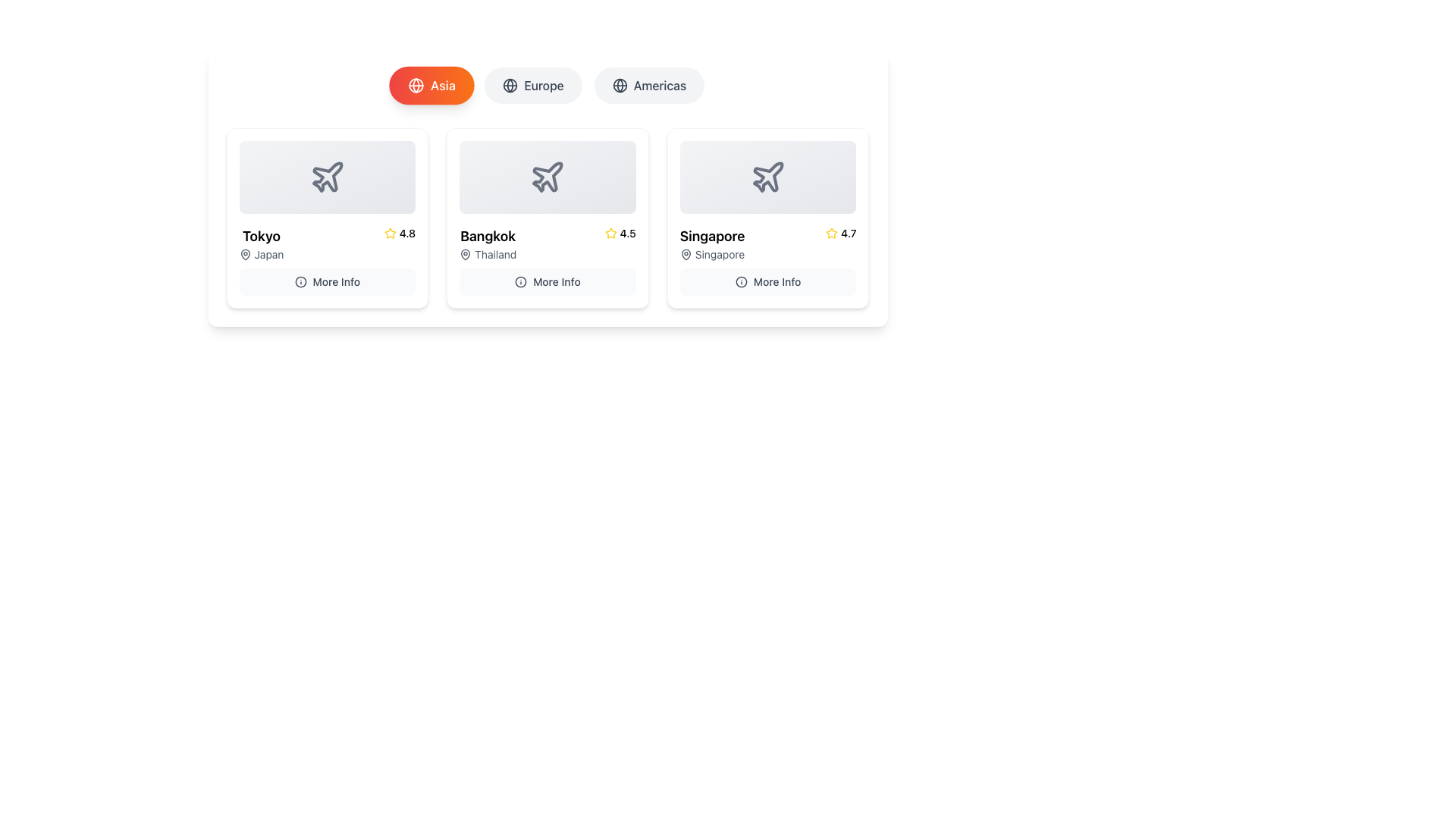 The width and height of the screenshot is (1456, 819). I want to click on the geographic indicator label associated with the 'Bangkok' heading, which includes a map pin icon and is located beneath the heading in the middle card, so click(488, 253).